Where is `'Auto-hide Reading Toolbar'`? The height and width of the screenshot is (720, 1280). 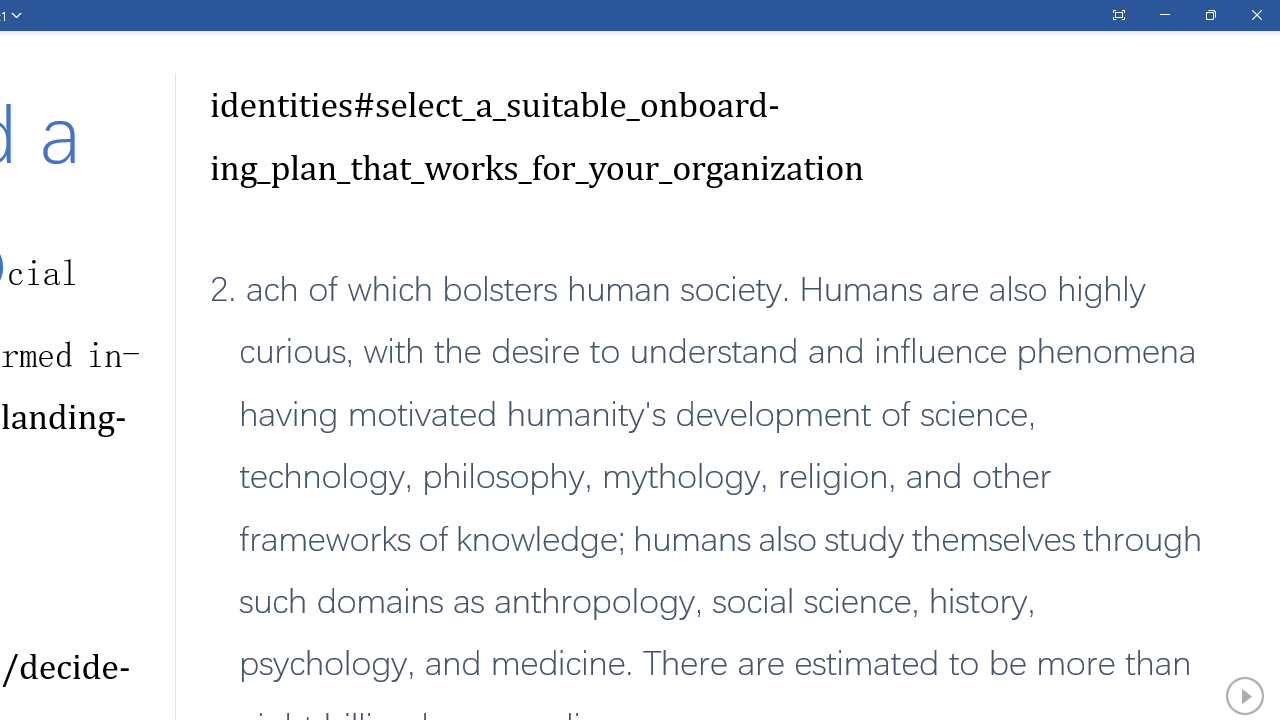 'Auto-hide Reading Toolbar' is located at coordinates (1117, 15).